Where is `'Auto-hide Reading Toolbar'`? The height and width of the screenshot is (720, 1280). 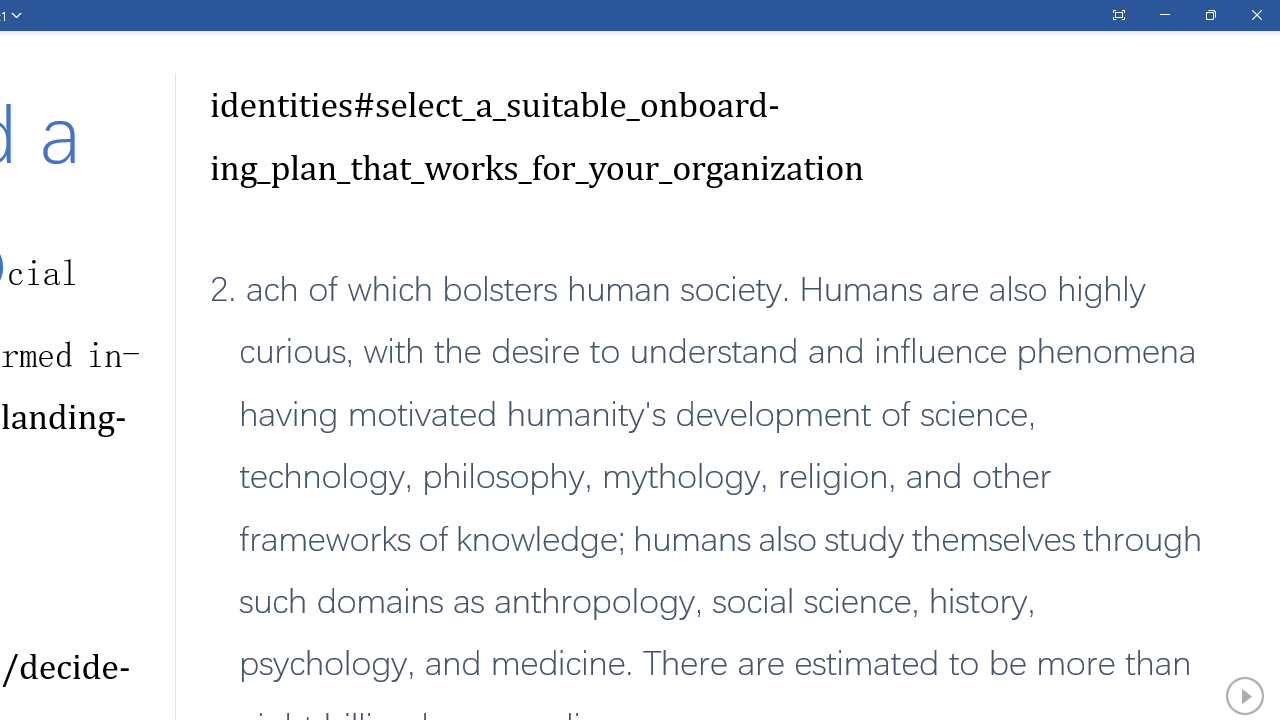 'Auto-hide Reading Toolbar' is located at coordinates (1117, 15).